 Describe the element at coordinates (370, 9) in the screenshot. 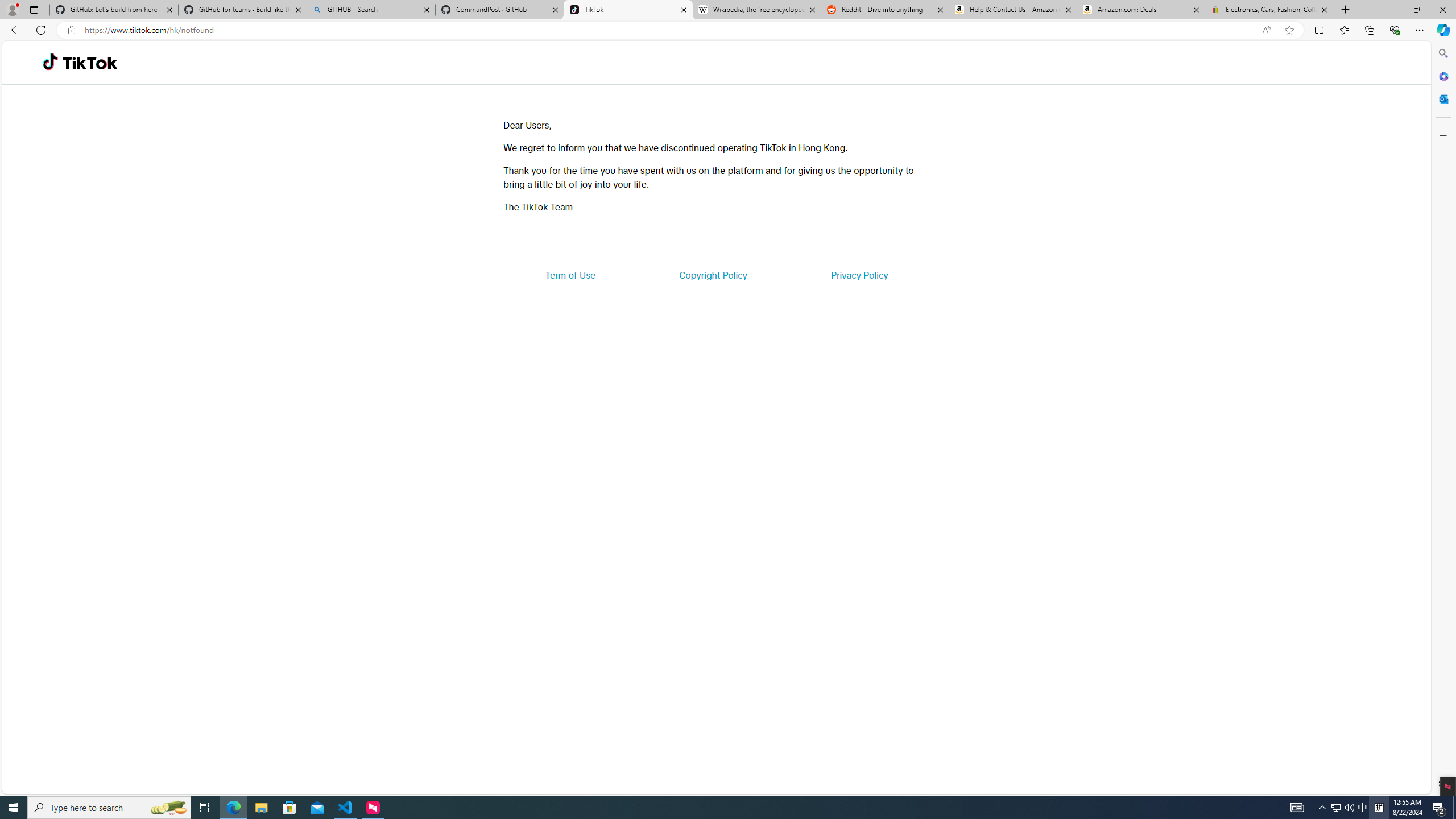

I see `'GITHUB - Search'` at that location.